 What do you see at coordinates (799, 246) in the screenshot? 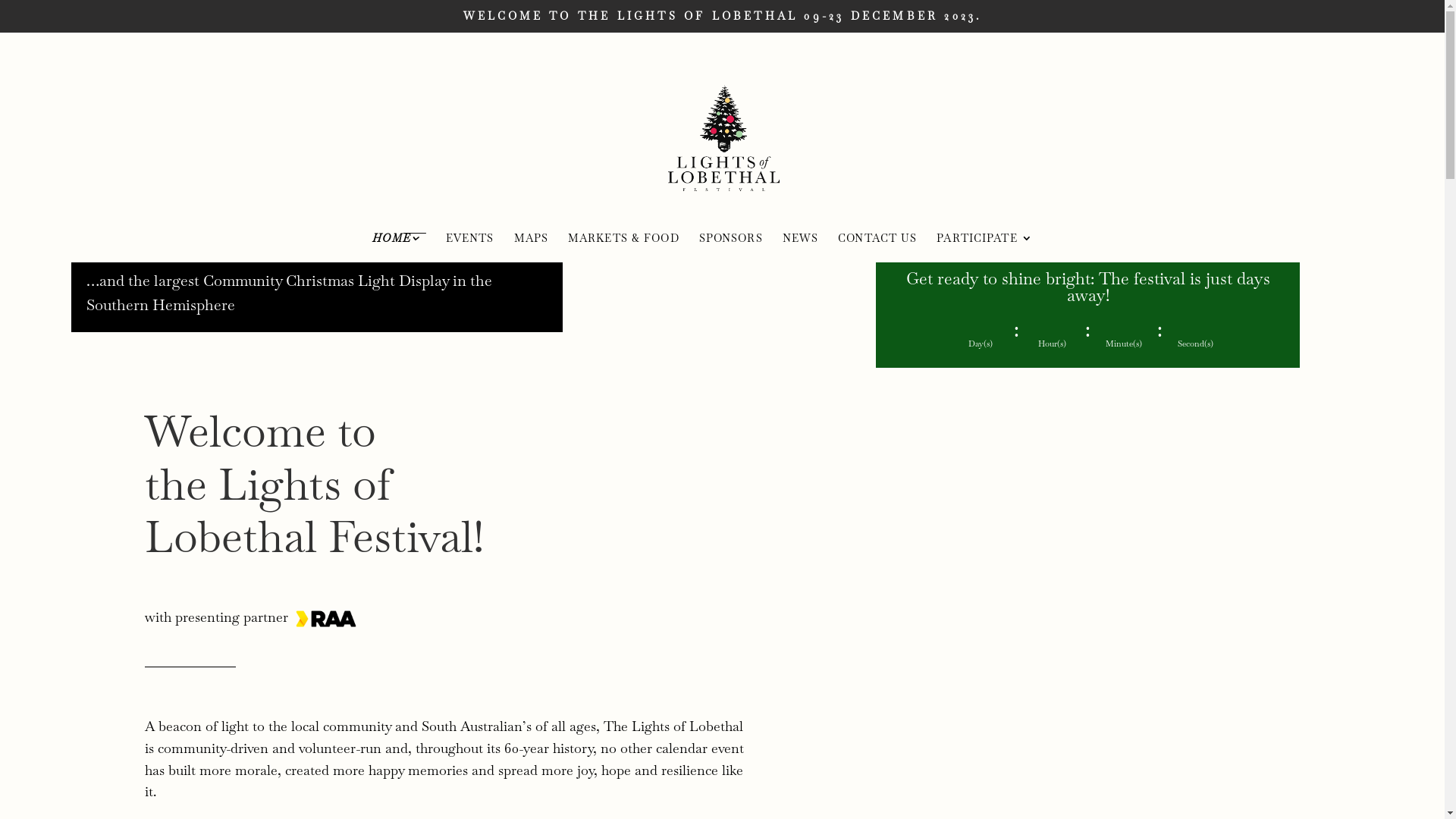
I see `'NEWS'` at bounding box center [799, 246].